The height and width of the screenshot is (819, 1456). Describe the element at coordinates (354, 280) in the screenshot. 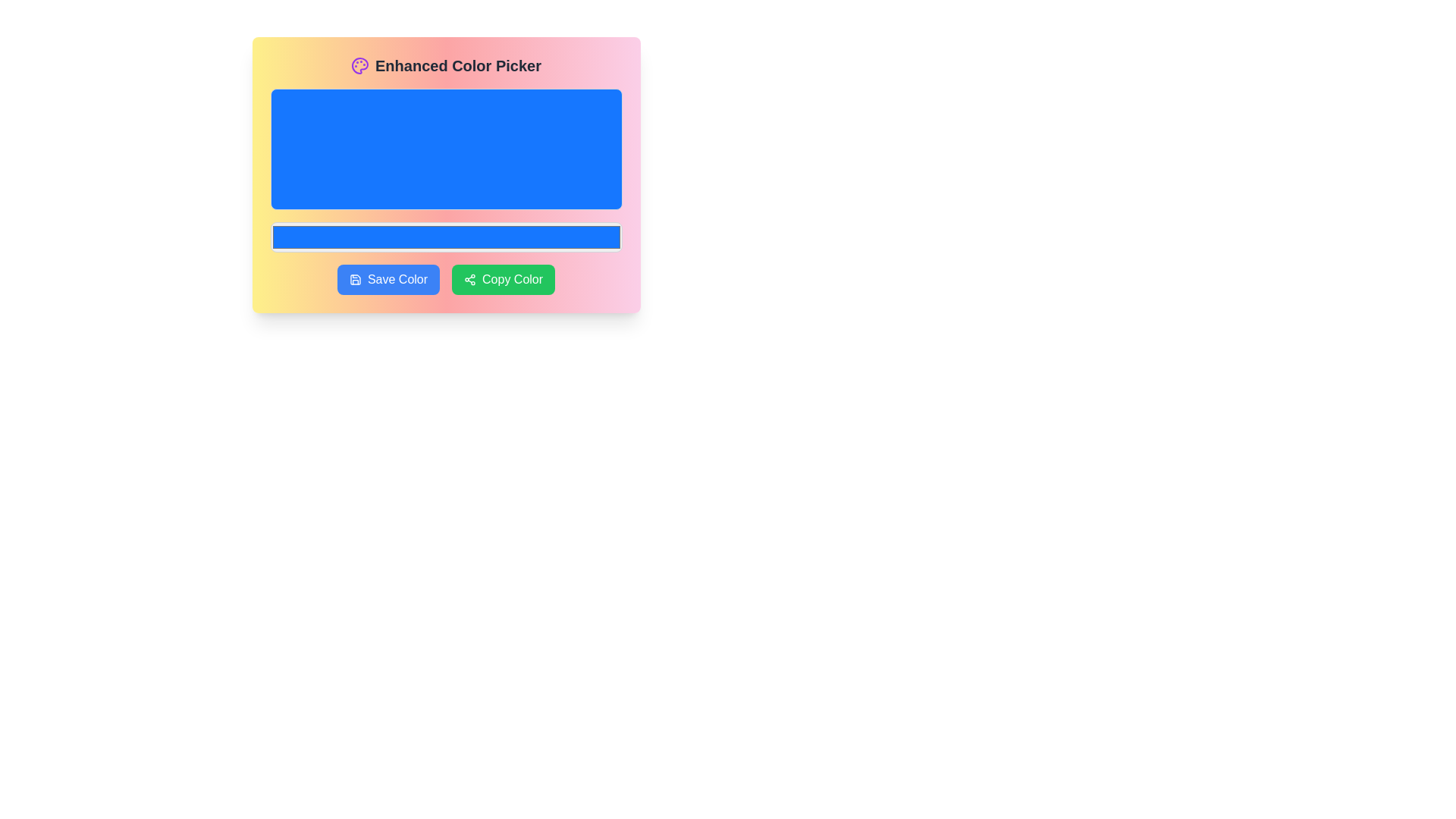

I see `the save icon located inside the 'Save Color' button, which visually represents the save action and is positioned to the left of the button's text` at that location.